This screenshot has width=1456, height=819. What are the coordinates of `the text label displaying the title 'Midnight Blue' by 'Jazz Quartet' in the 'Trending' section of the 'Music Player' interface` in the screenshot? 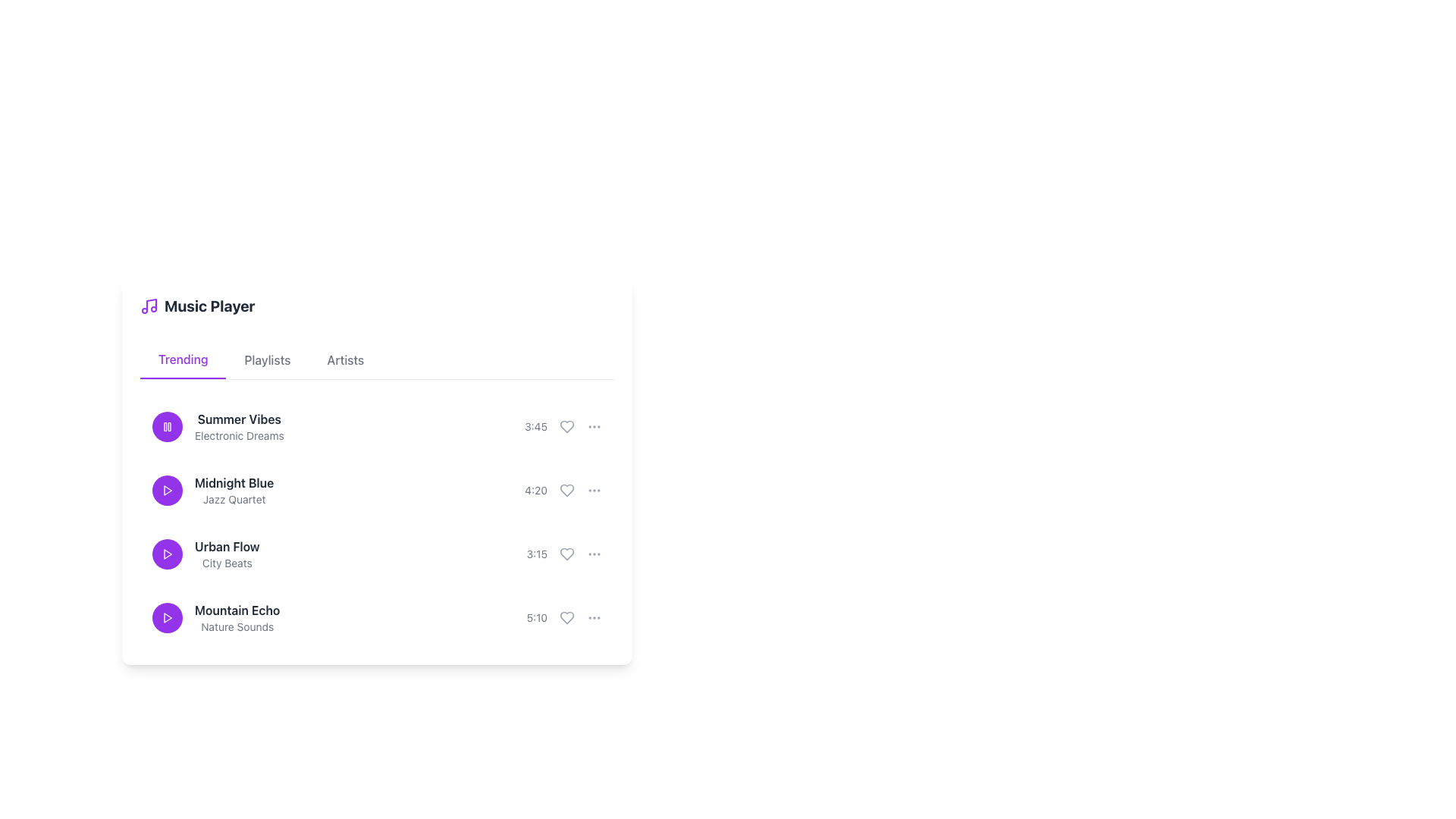 It's located at (212, 491).